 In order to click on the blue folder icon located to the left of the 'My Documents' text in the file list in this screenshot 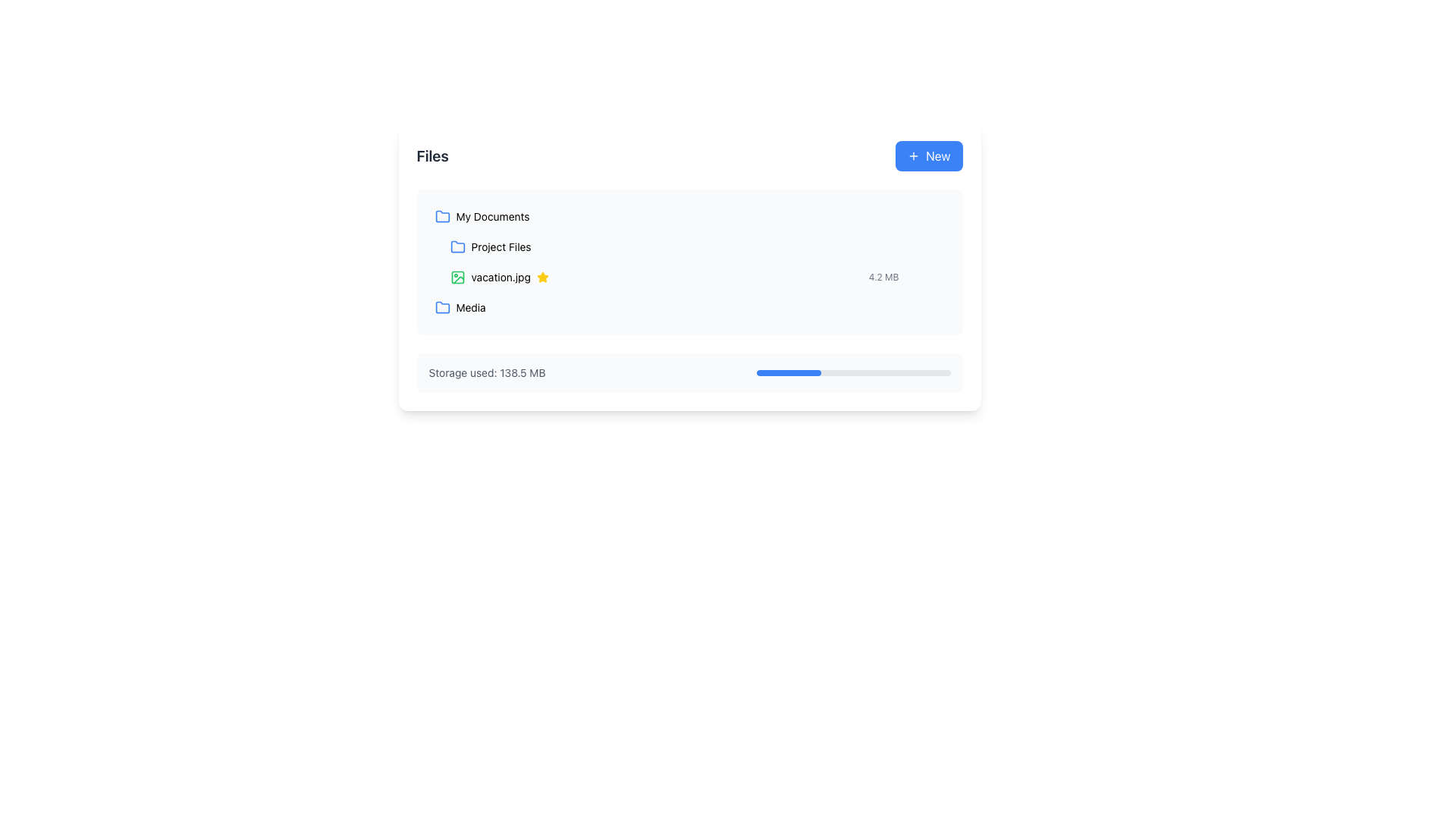, I will do `click(441, 216)`.